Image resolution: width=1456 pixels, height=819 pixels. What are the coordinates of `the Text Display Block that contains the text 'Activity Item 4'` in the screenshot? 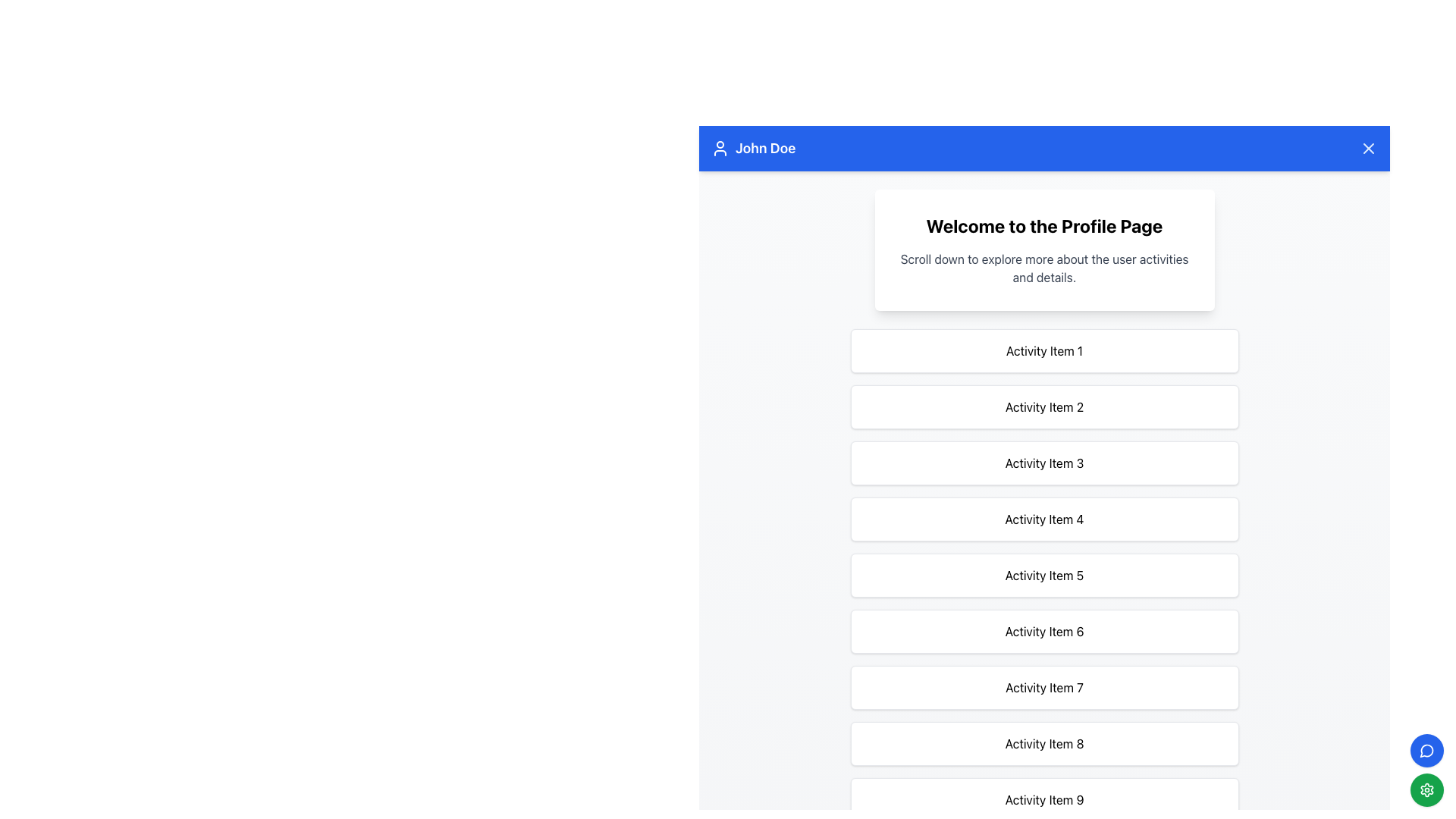 It's located at (1043, 519).